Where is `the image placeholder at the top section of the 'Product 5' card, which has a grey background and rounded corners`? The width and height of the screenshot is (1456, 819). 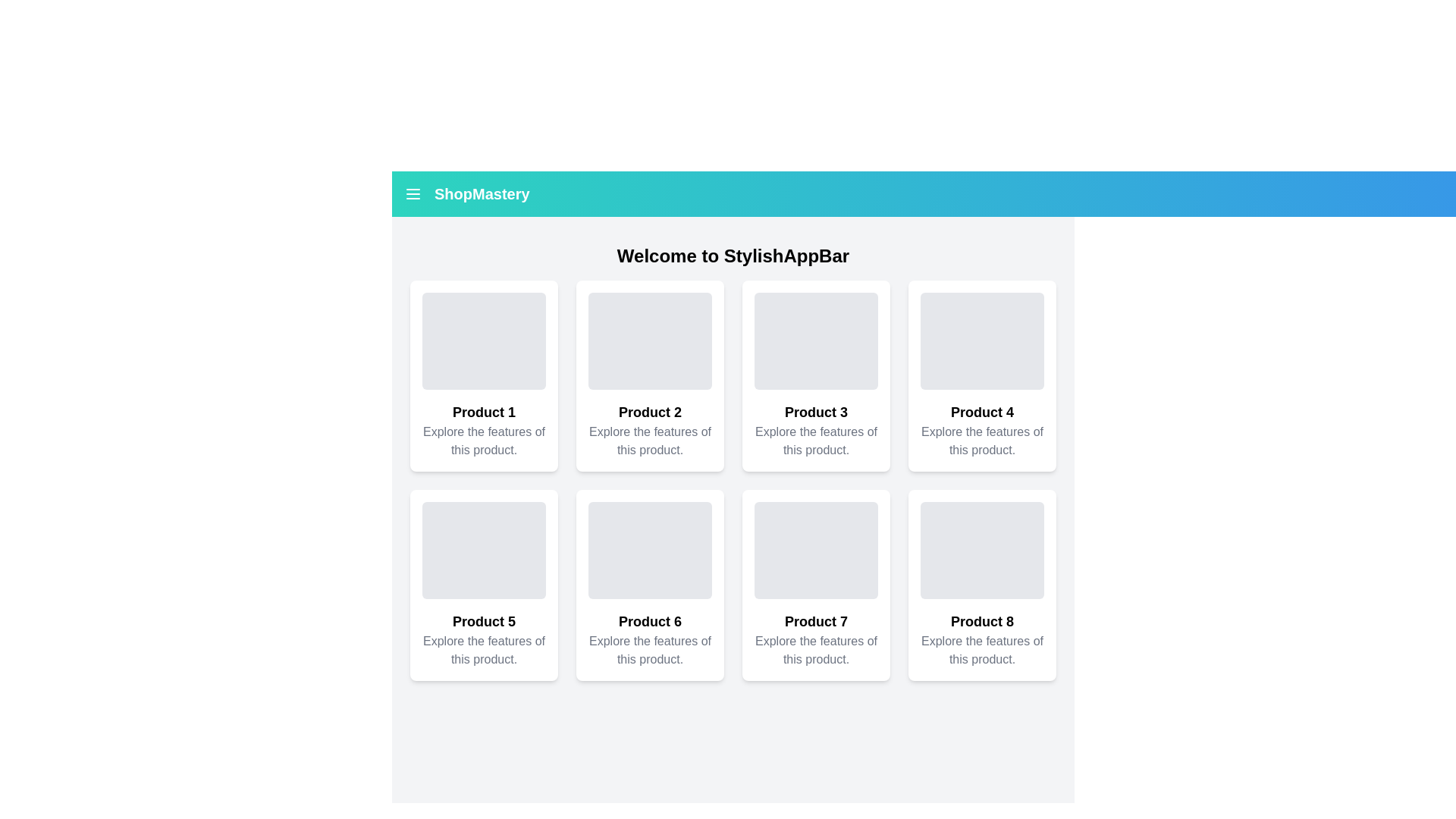
the image placeholder at the top section of the 'Product 5' card, which has a grey background and rounded corners is located at coordinates (483, 550).